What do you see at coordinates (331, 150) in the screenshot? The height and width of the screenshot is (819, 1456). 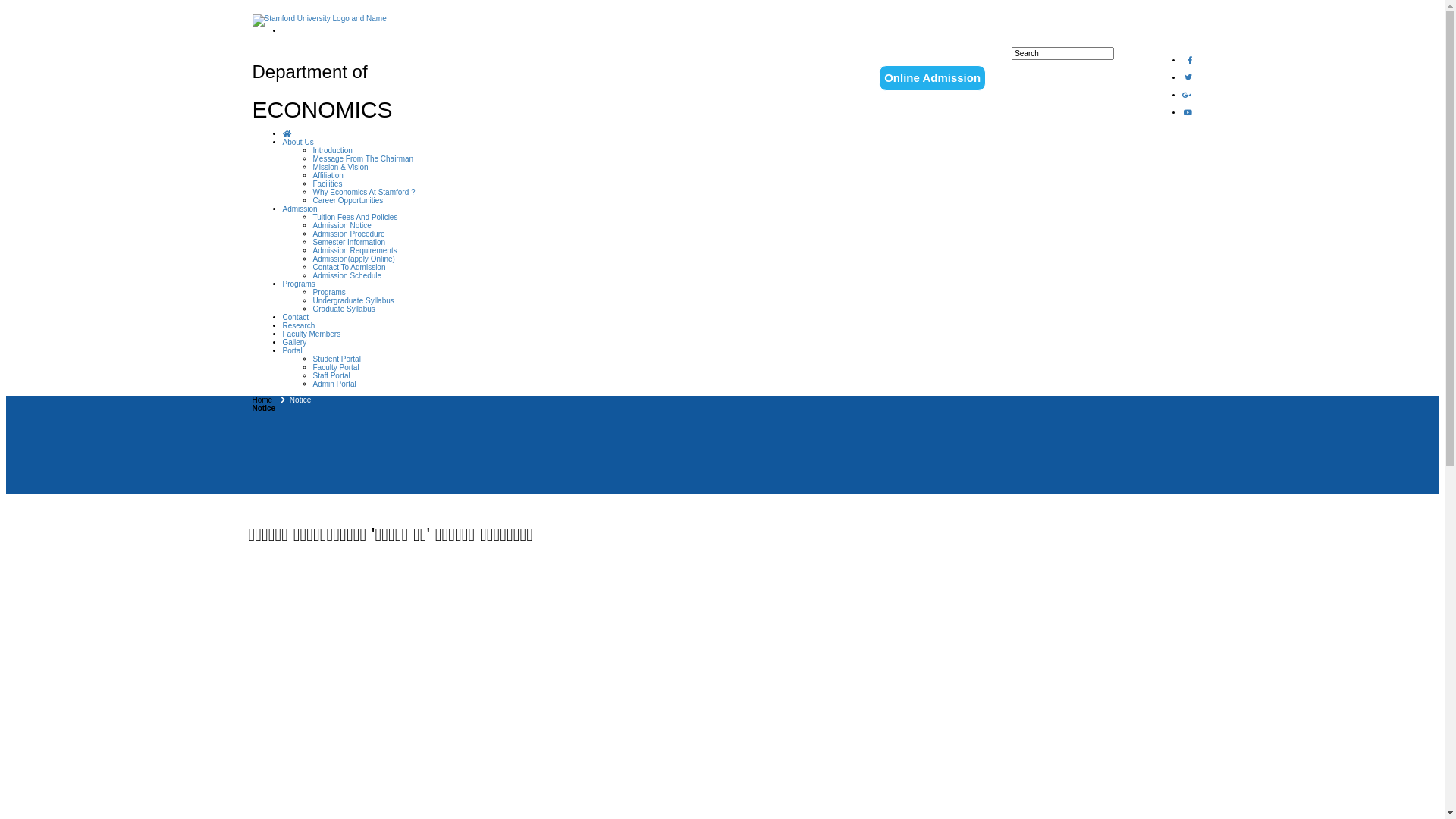 I see `'Introduction'` at bounding box center [331, 150].